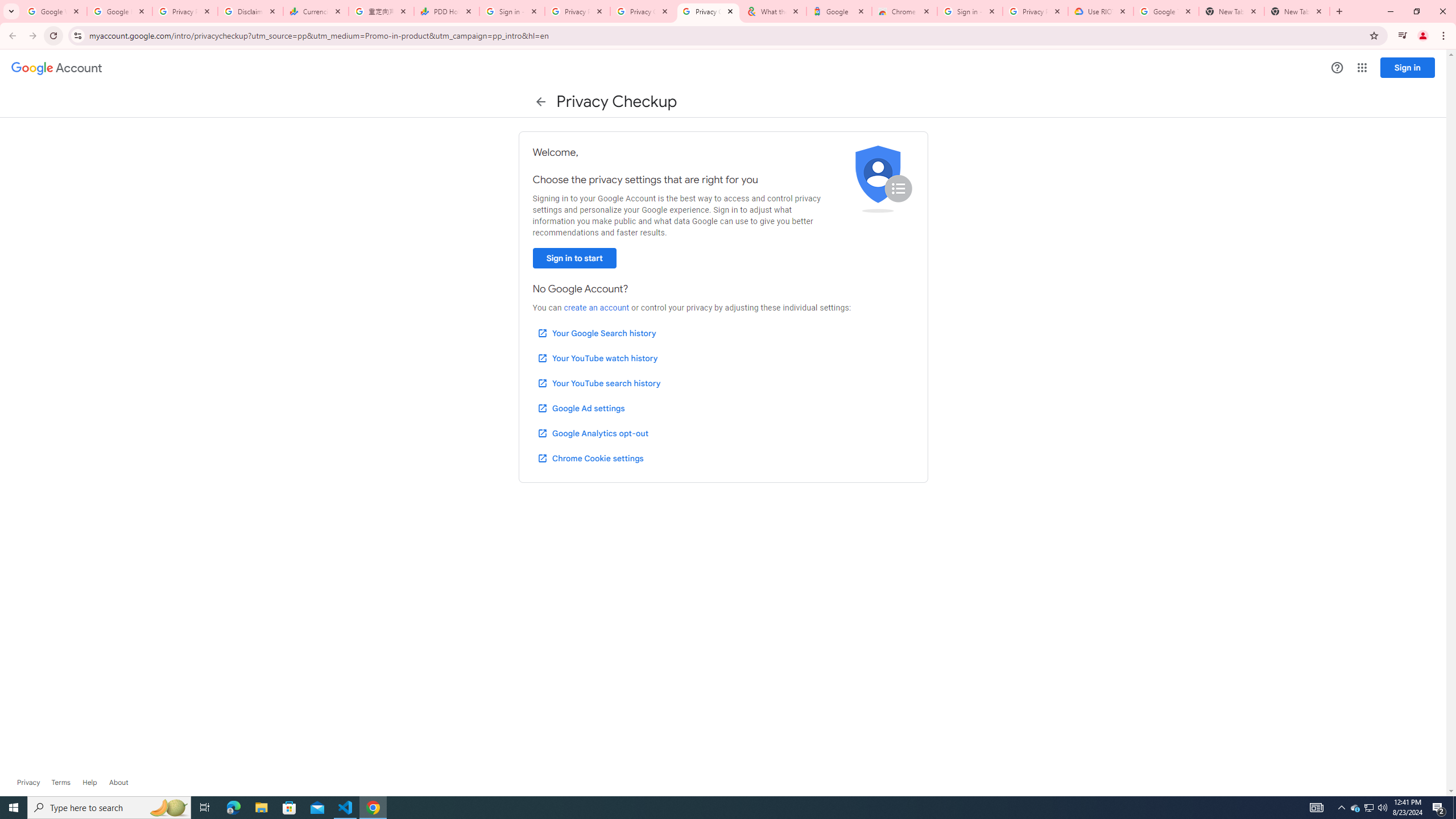  Describe the element at coordinates (643, 11) in the screenshot. I see `'Privacy Checkup'` at that location.